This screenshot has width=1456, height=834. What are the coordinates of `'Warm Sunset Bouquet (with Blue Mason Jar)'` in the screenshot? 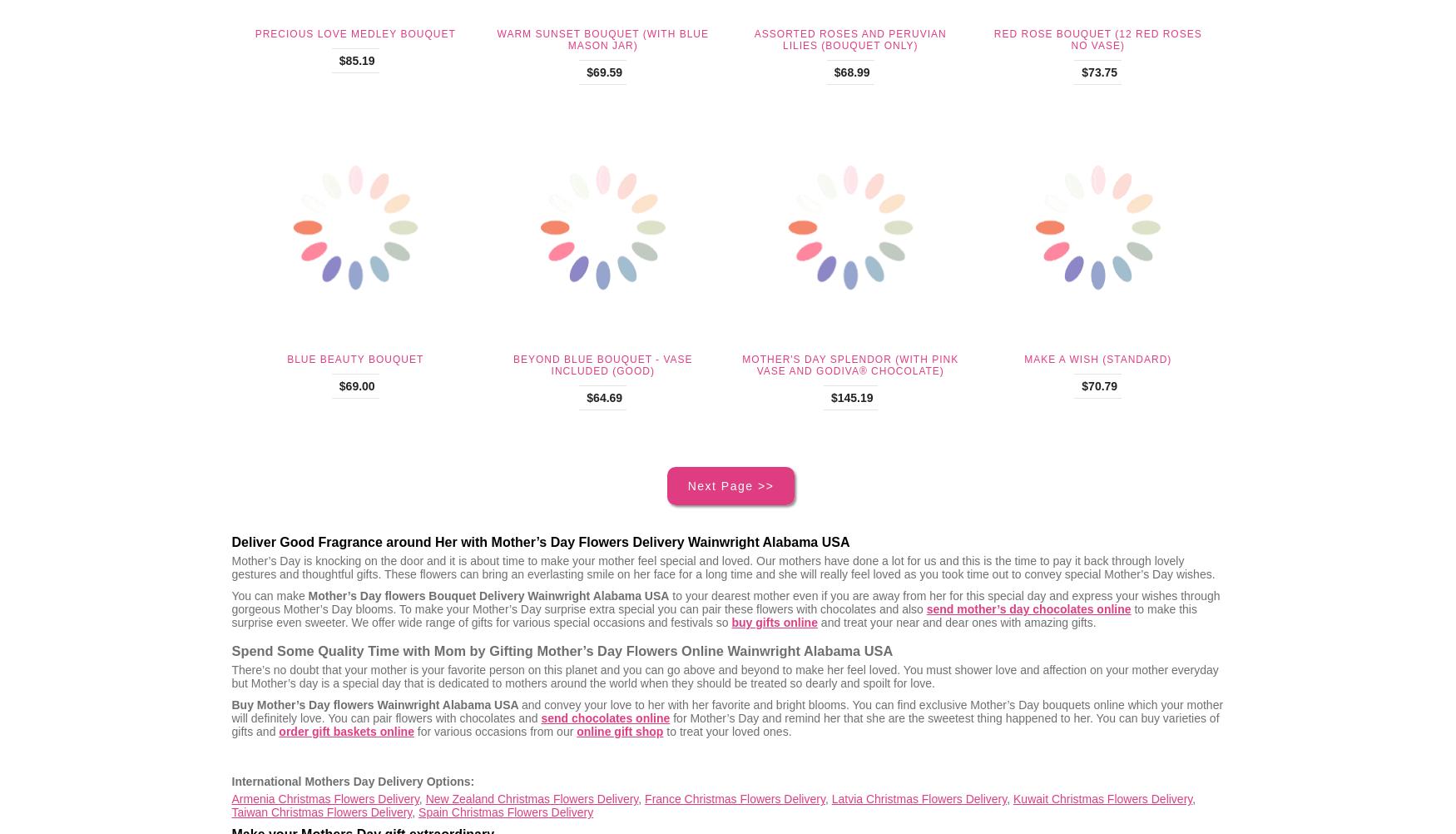 It's located at (602, 38).